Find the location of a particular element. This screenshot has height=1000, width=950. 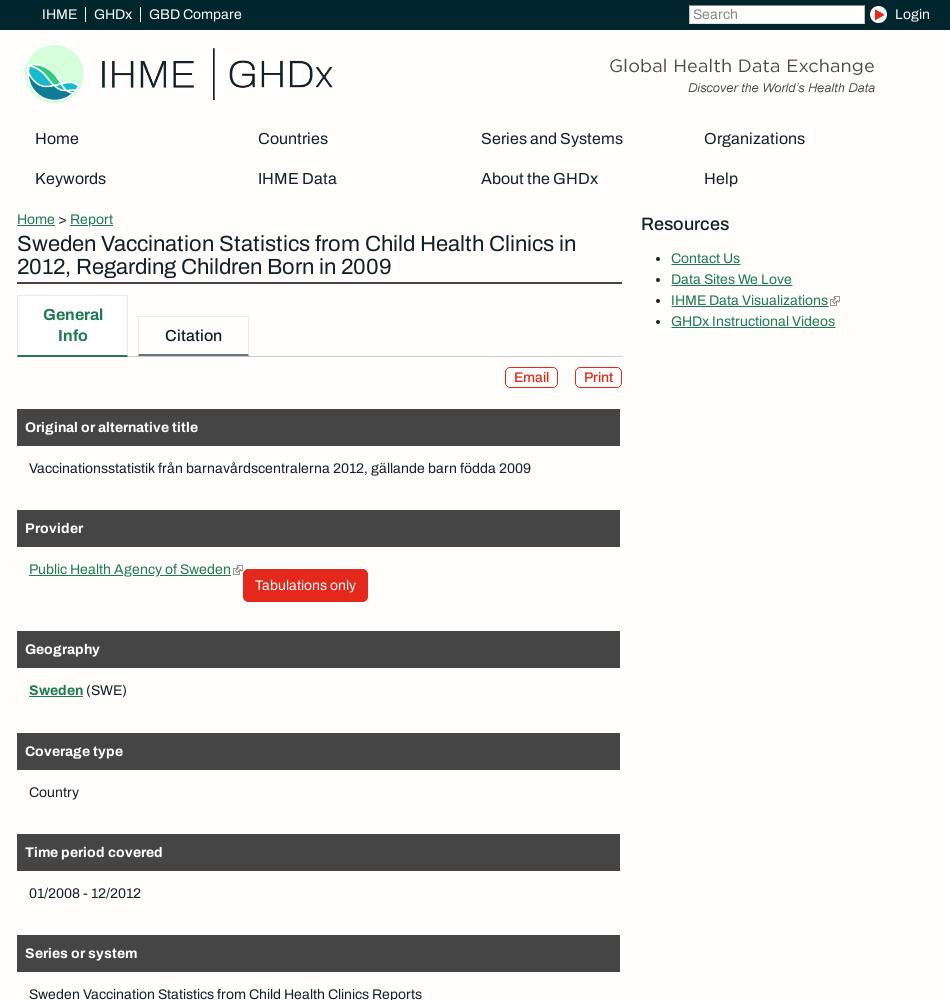

'Sweden' is located at coordinates (55, 689).